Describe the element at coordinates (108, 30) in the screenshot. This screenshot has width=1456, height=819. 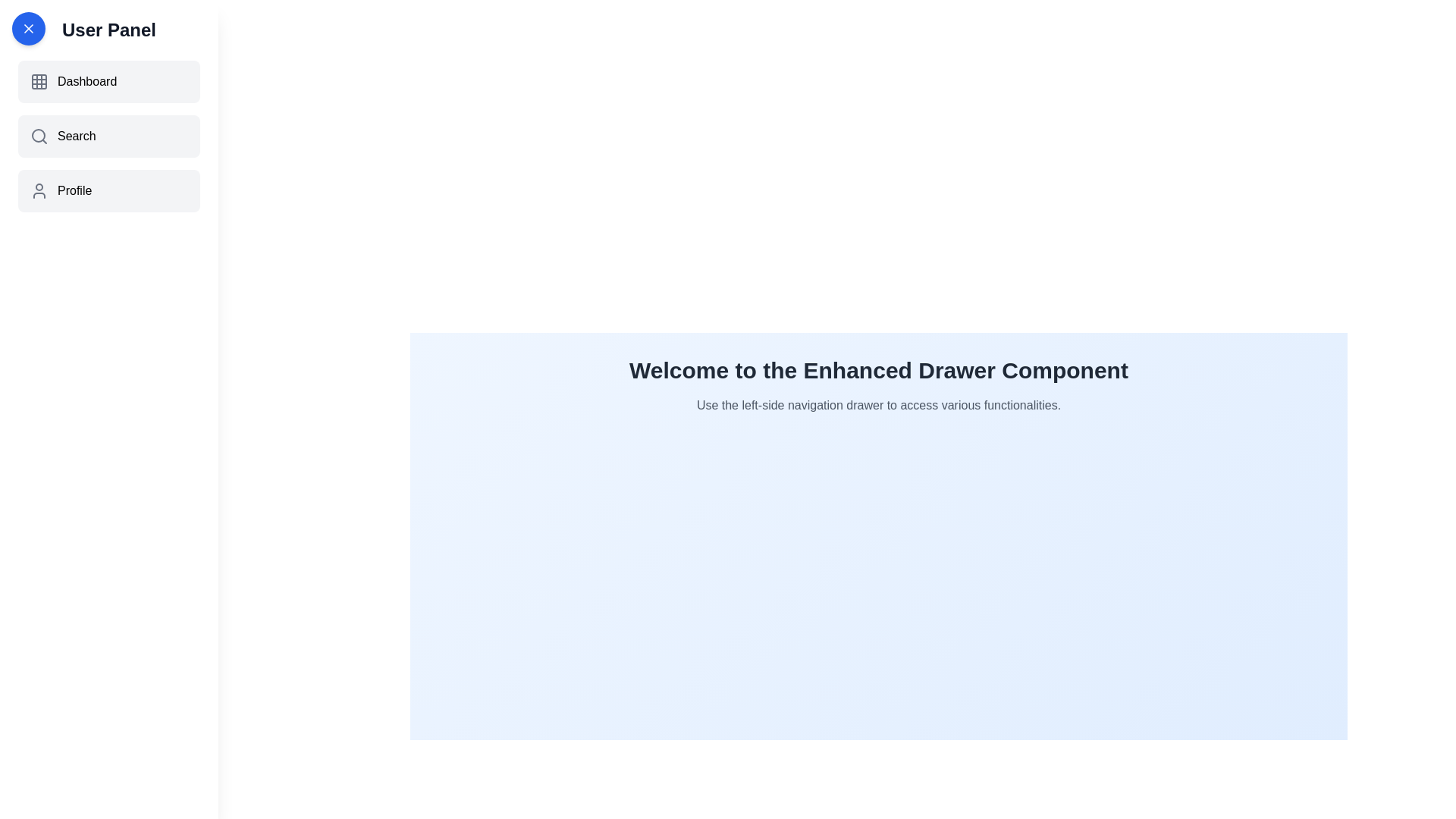
I see `'User Panel' heading text at the top of the sidebar interface to understand its purpose` at that location.